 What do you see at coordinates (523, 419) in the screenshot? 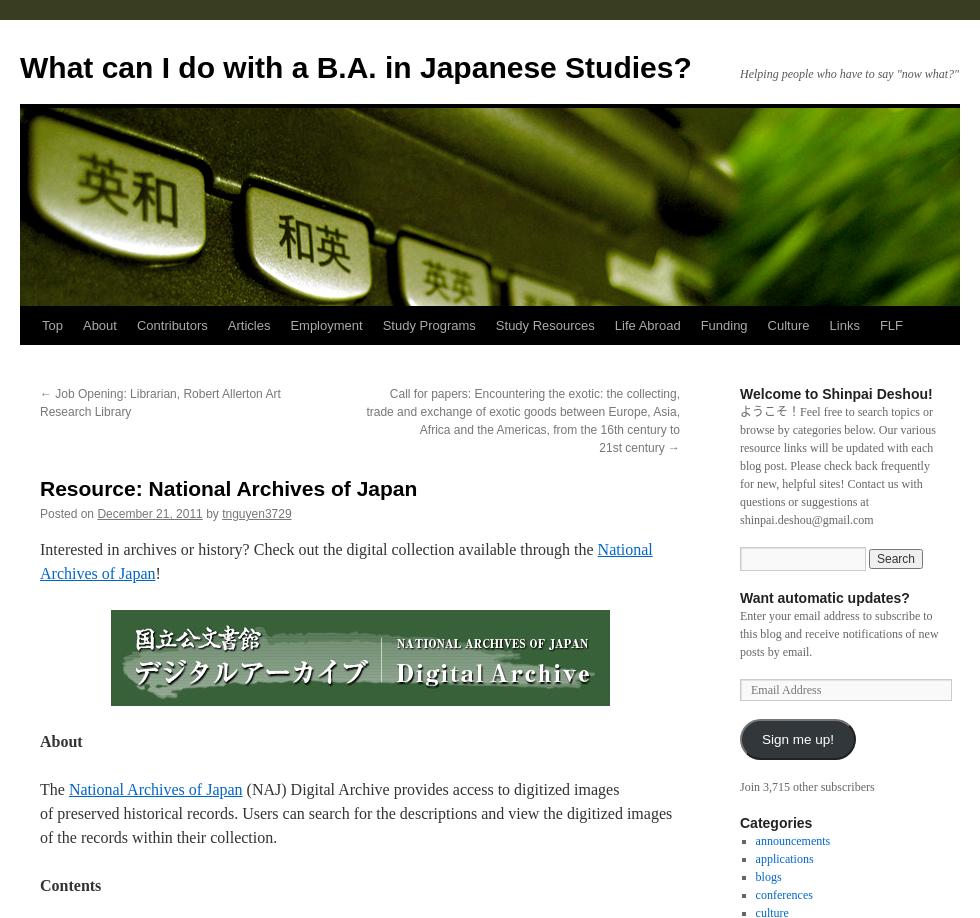
I see `'Call for papers: Encountering the exotic: the collecting, trade and exchange of exotic goods between Europe, Asia, Africa and the Americas, from the 16th century to 21st century'` at bounding box center [523, 419].